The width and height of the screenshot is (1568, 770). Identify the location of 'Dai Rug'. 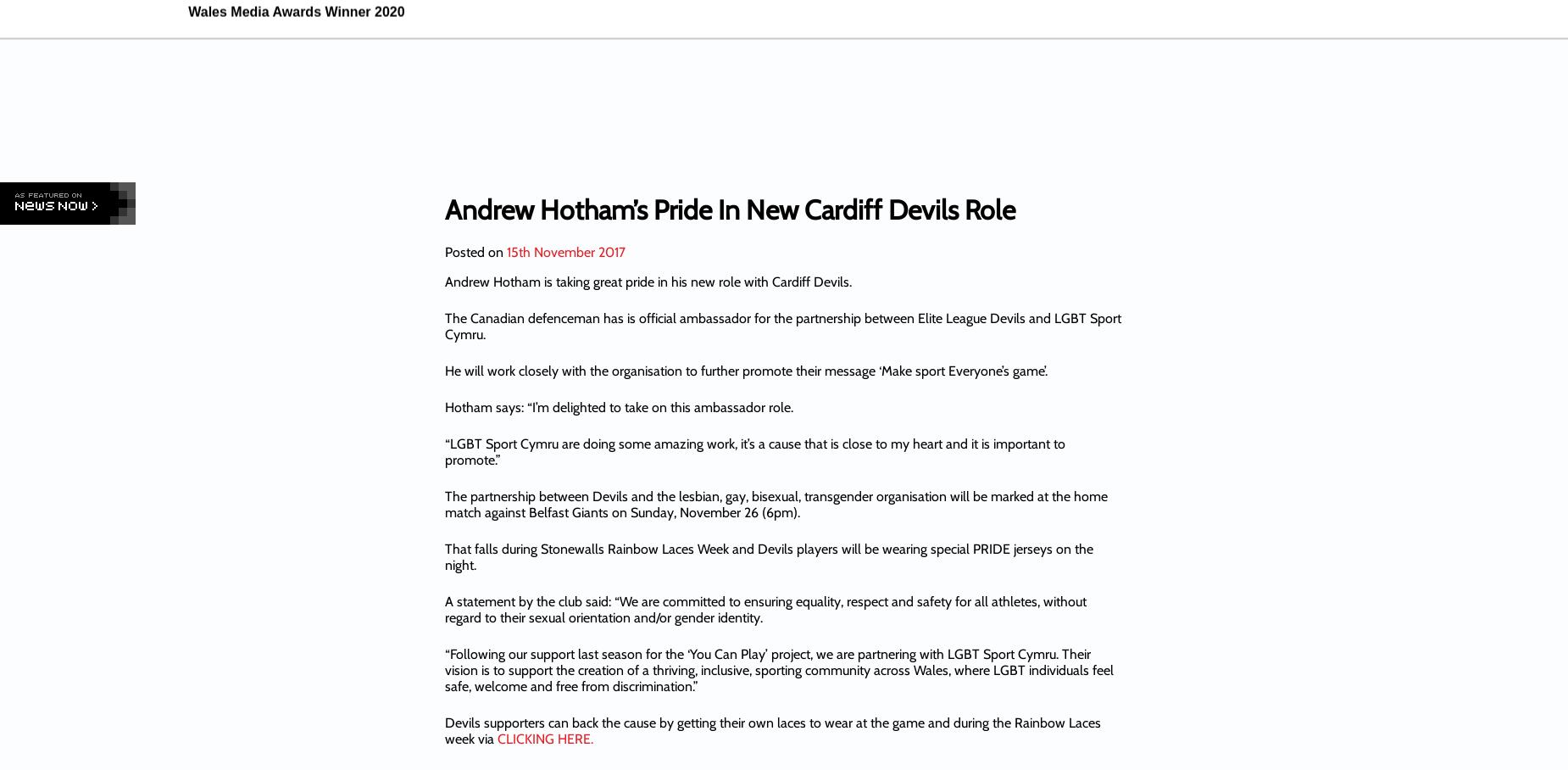
(1026, 95).